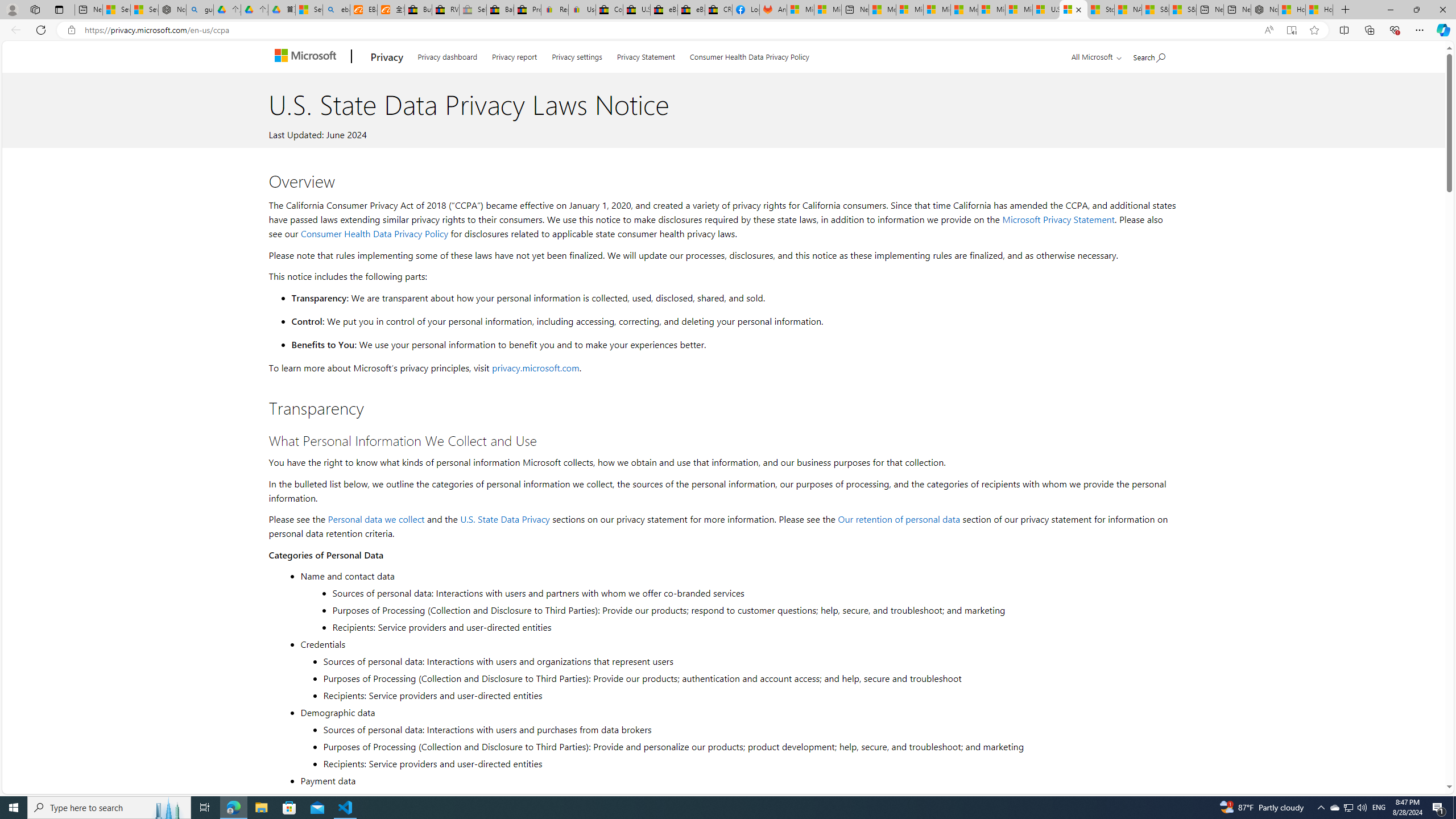  What do you see at coordinates (645, 54) in the screenshot?
I see `'Privacy Statement'` at bounding box center [645, 54].